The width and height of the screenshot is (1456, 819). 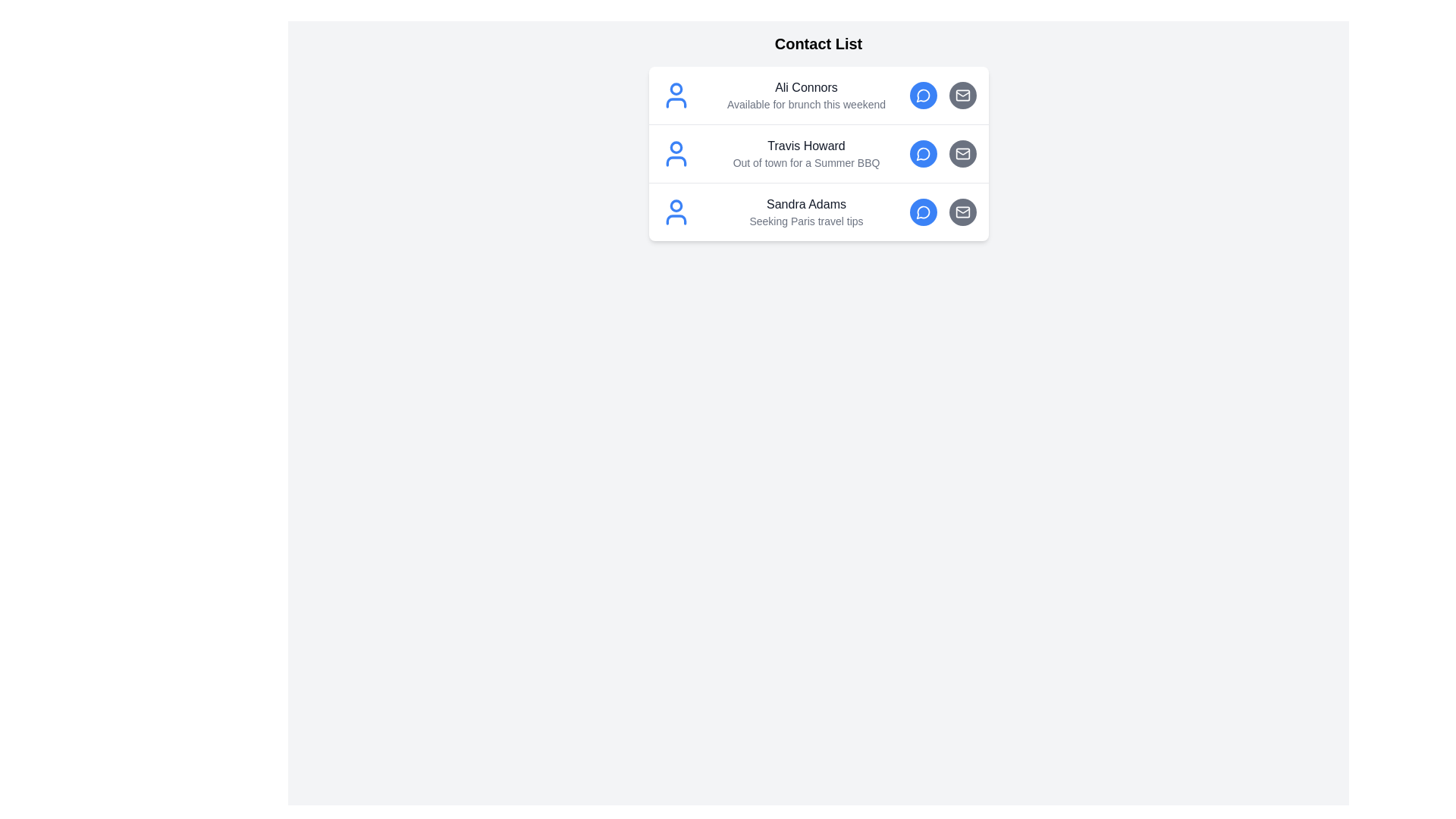 What do you see at coordinates (817, 96) in the screenshot?
I see `the first contact list item displaying user entry information, located under the 'Contact List' heading` at bounding box center [817, 96].